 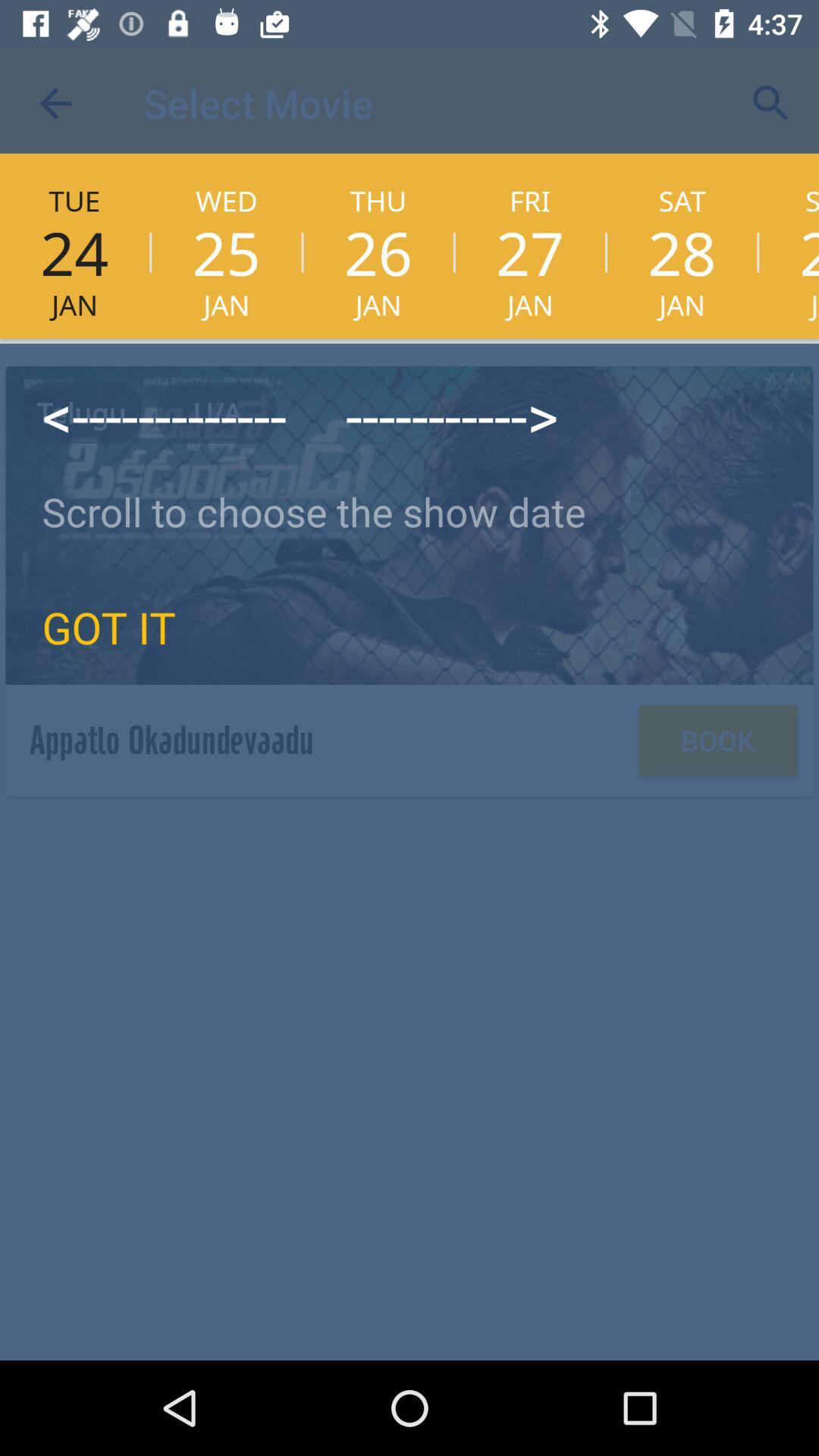 I want to click on the item to the left of the select movie item, so click(x=55, y=102).